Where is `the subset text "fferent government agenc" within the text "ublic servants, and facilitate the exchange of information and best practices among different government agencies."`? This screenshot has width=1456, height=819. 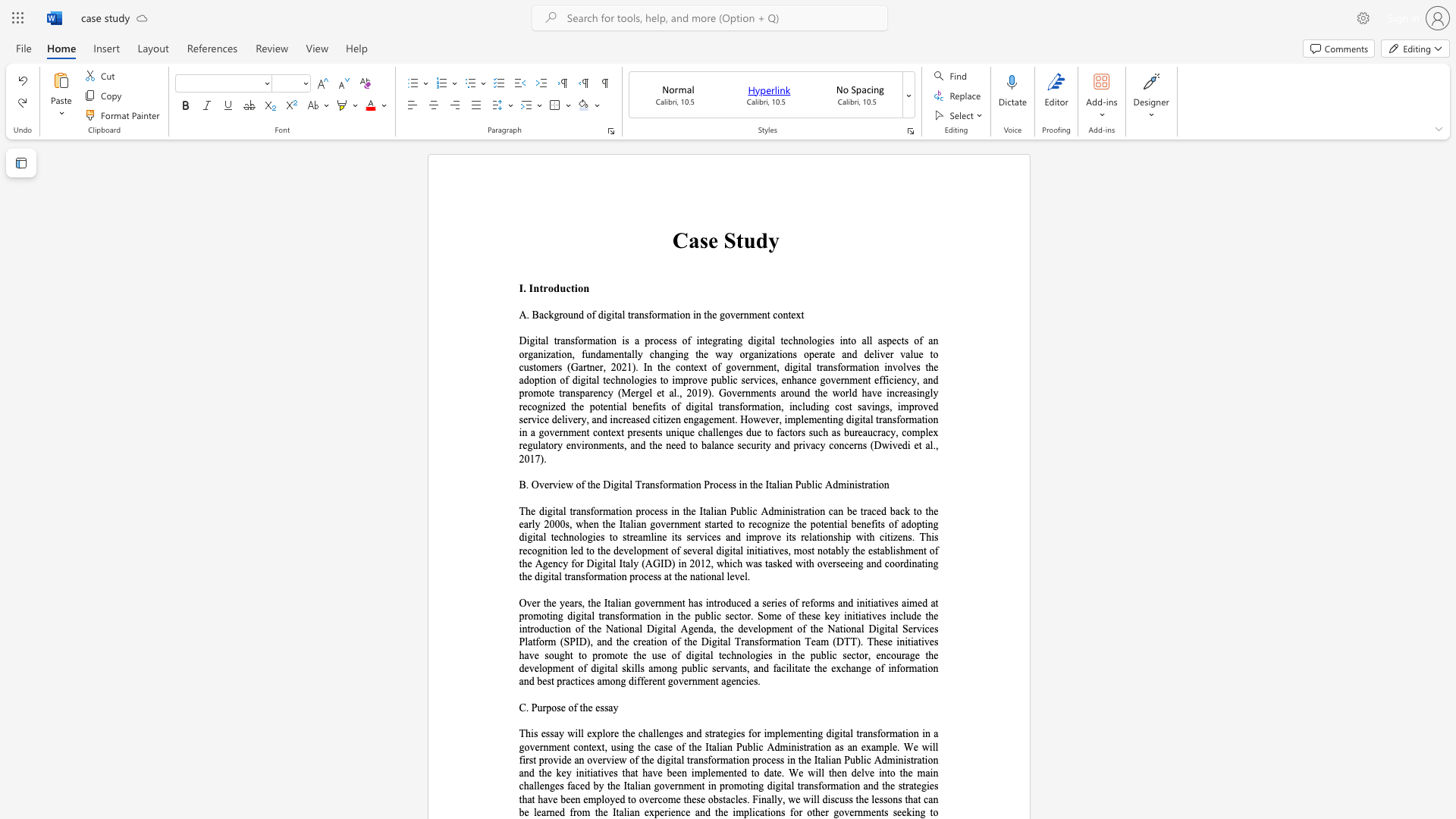 the subset text "fferent government agenc" within the text "ublic servants, and facilitate the exchange of information and best practices among different government agencies." is located at coordinates (637, 680).